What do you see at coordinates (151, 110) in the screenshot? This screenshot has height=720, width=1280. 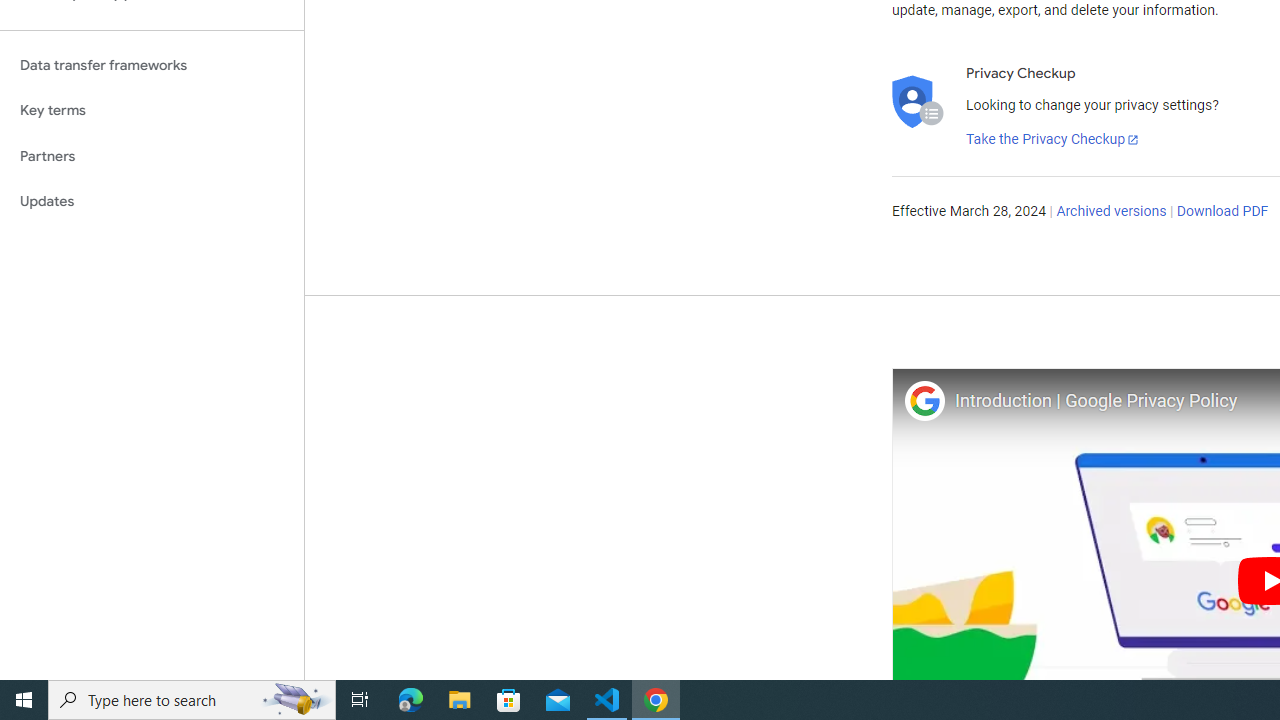 I see `'Key terms'` at bounding box center [151, 110].